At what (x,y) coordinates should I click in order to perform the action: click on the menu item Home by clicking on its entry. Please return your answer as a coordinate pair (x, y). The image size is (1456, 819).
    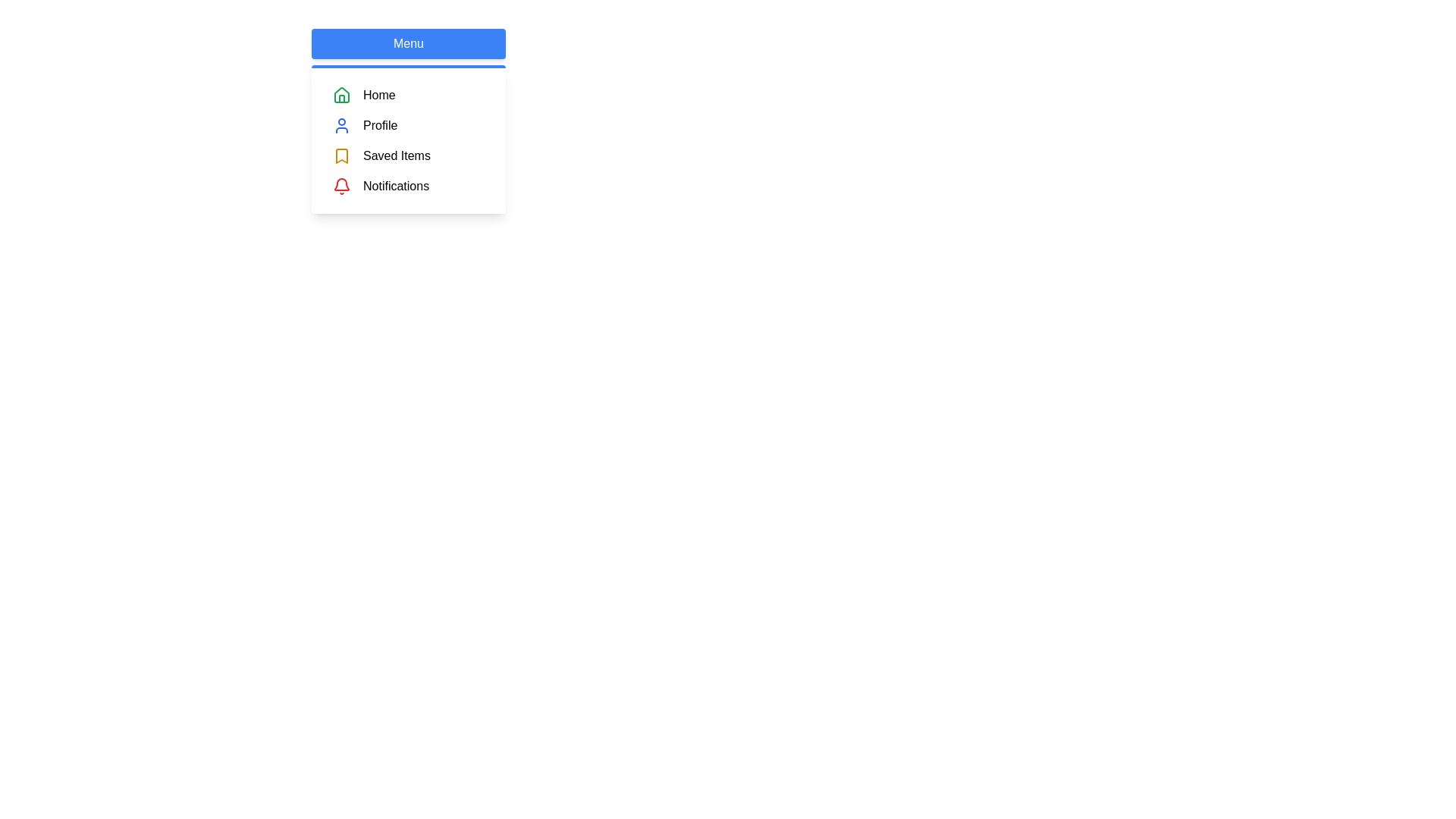
    Looking at the image, I should click on (408, 96).